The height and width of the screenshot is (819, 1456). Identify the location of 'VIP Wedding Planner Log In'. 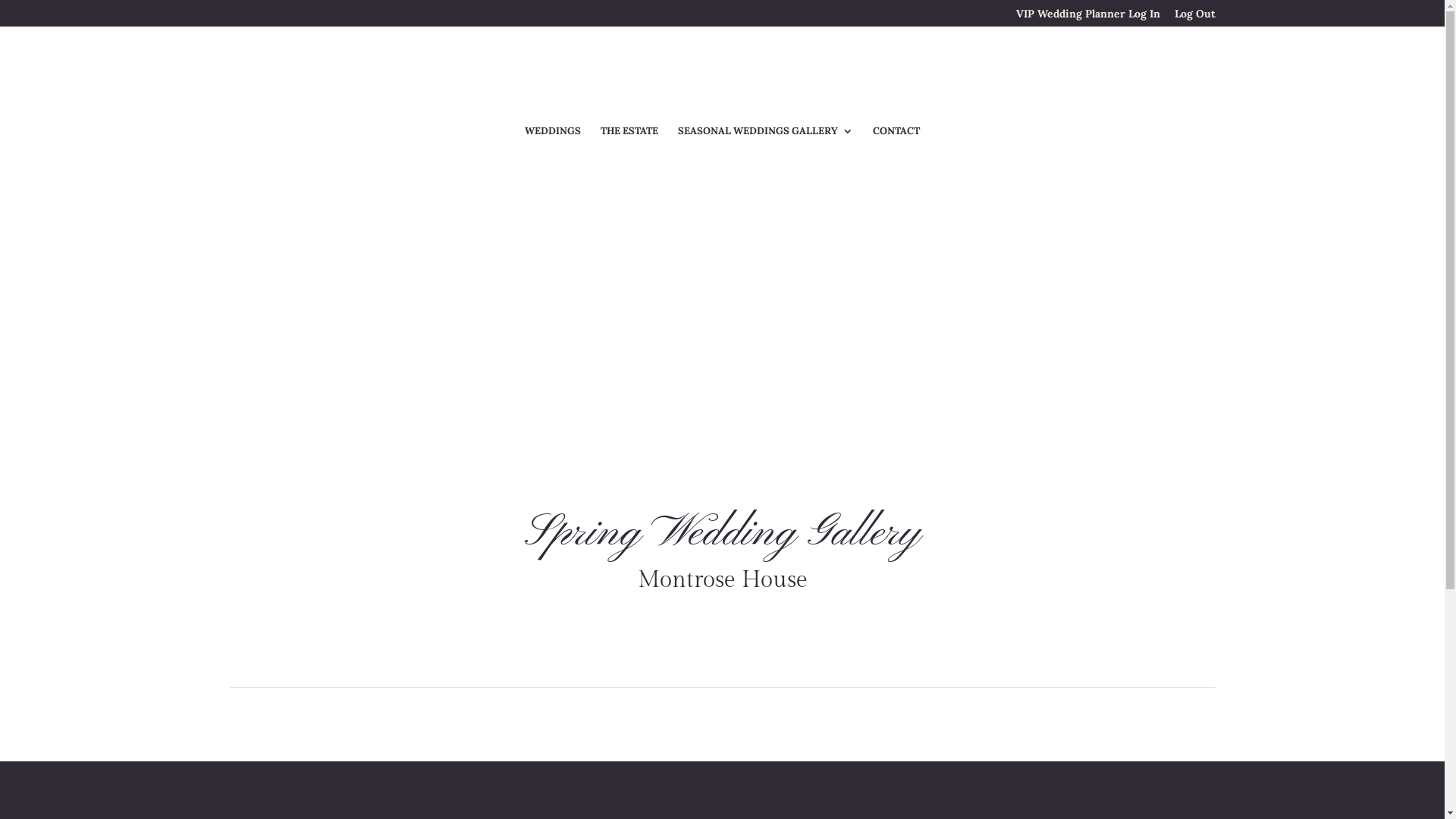
(1087, 17).